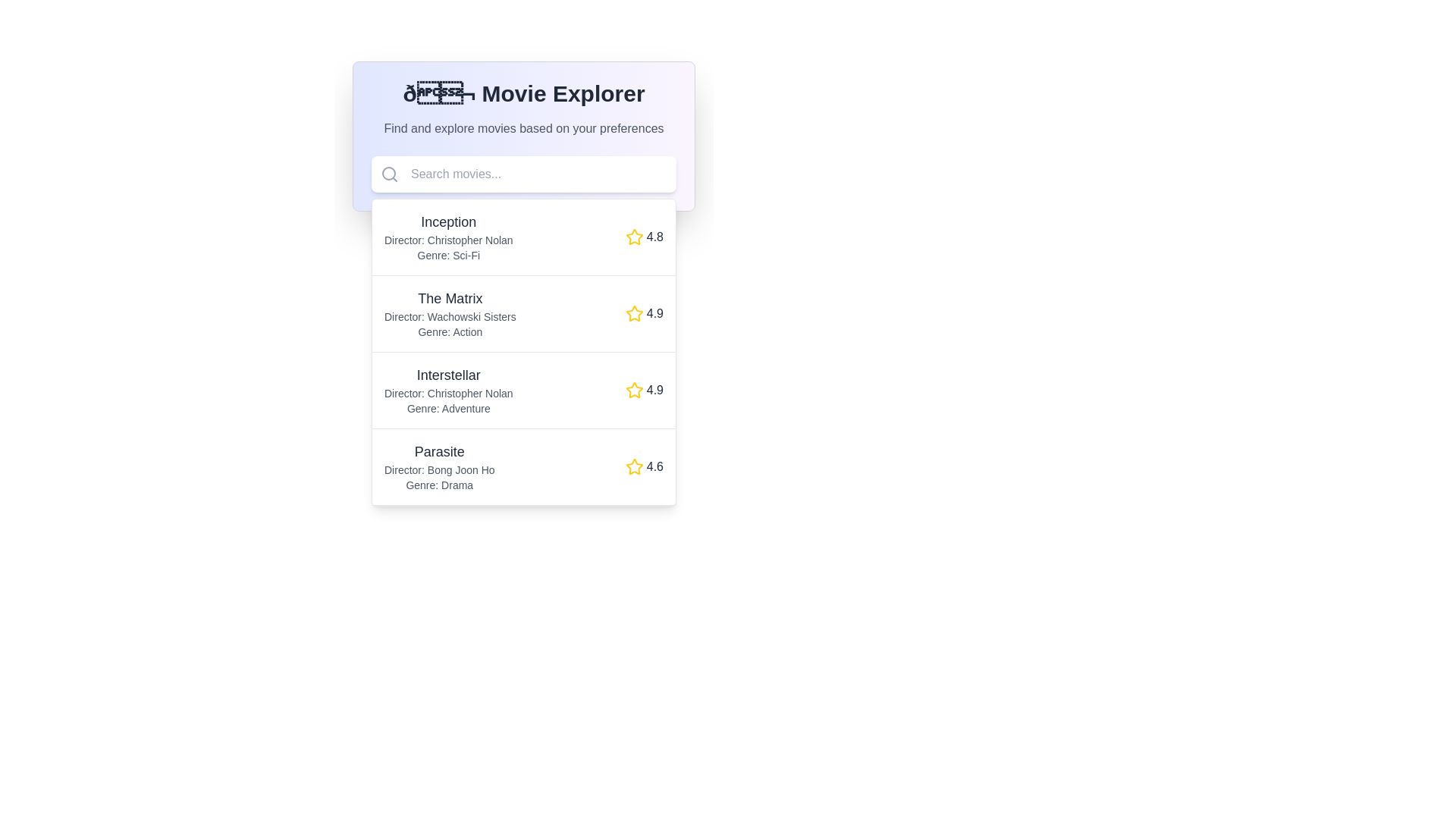 The image size is (1456, 819). I want to click on the filled yellow star icon representing the rating for the movie 'The Matrix', positioned in the fourth column of the list, so click(634, 312).